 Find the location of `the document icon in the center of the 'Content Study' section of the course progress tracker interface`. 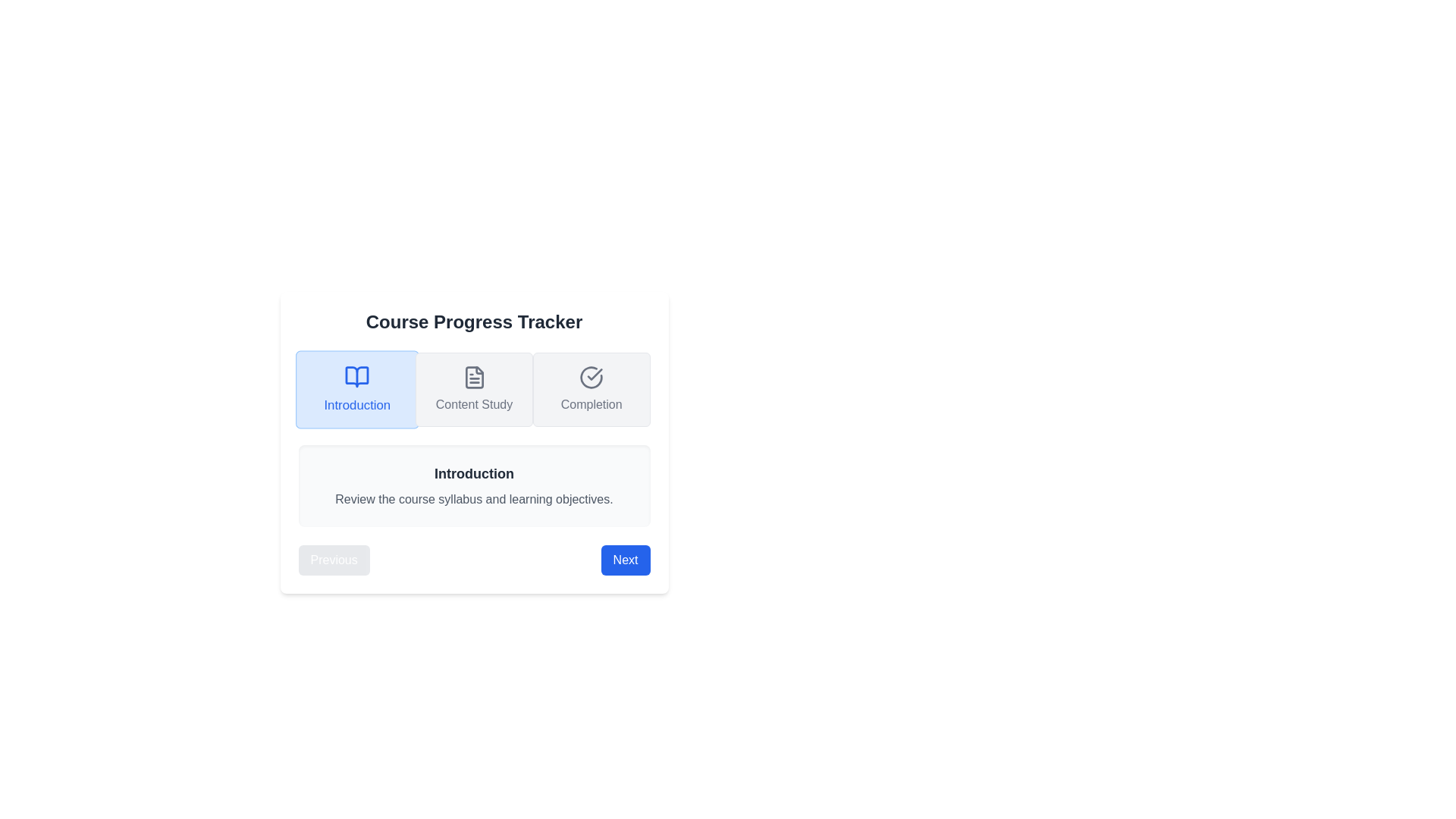

the document icon in the center of the 'Content Study' section of the course progress tracker interface is located at coordinates (473, 376).